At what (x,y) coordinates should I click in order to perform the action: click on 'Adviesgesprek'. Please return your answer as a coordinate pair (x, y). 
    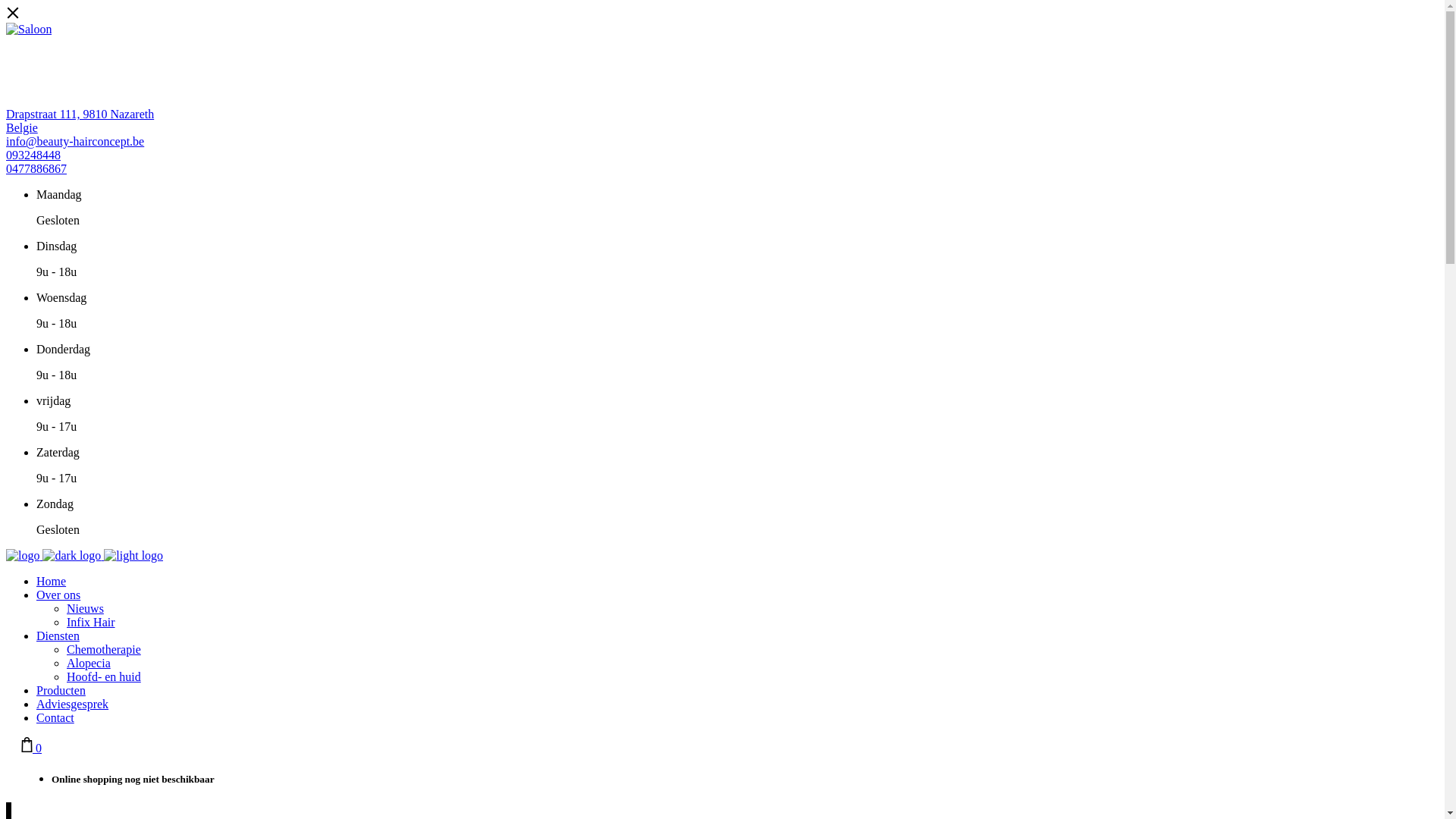
    Looking at the image, I should click on (36, 704).